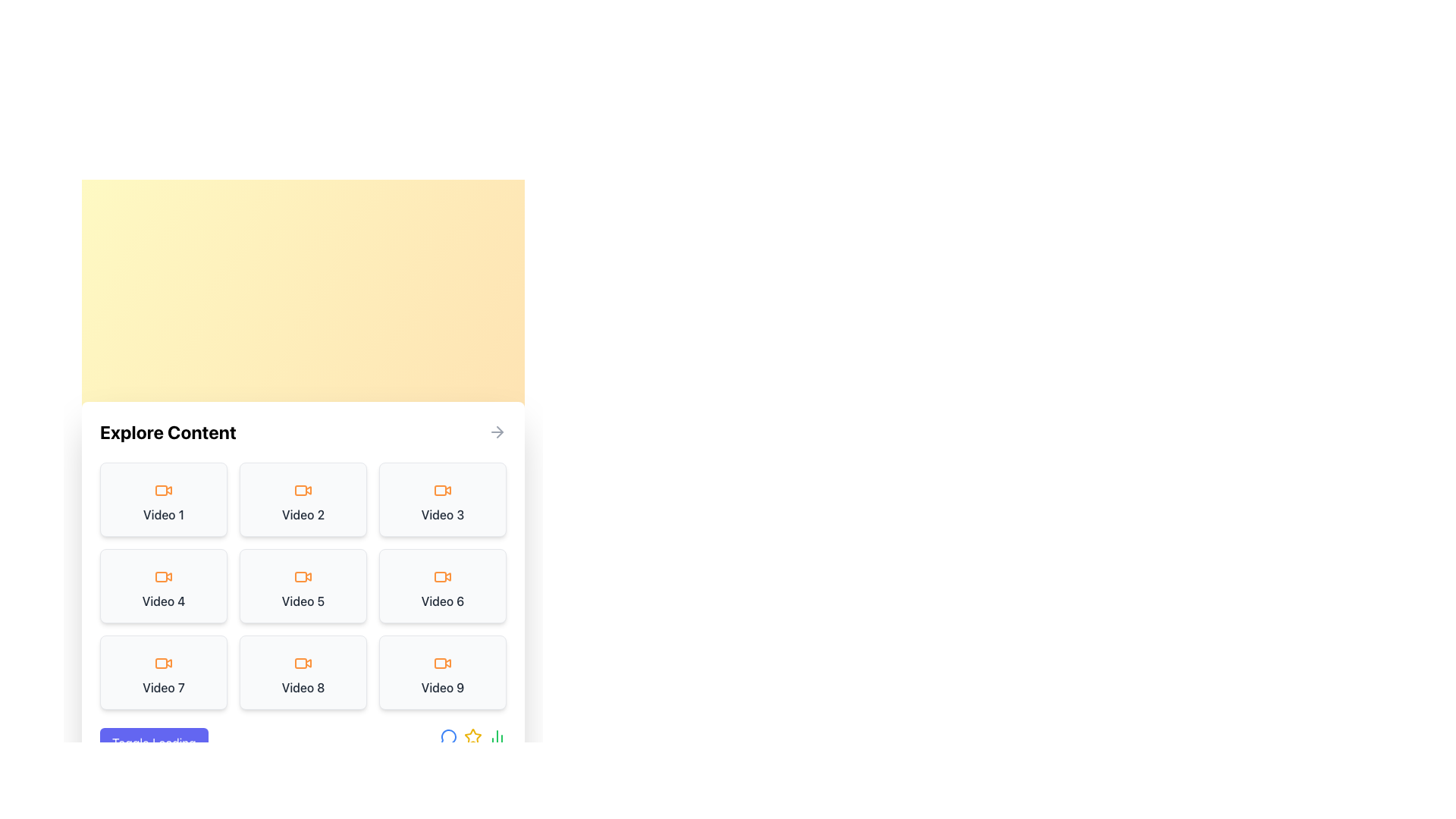 The width and height of the screenshot is (1456, 819). I want to click on the video icon element that visually indicates the content of the card labeled 'Video 2' in the grid of video cards under 'Explore Content', so click(301, 491).